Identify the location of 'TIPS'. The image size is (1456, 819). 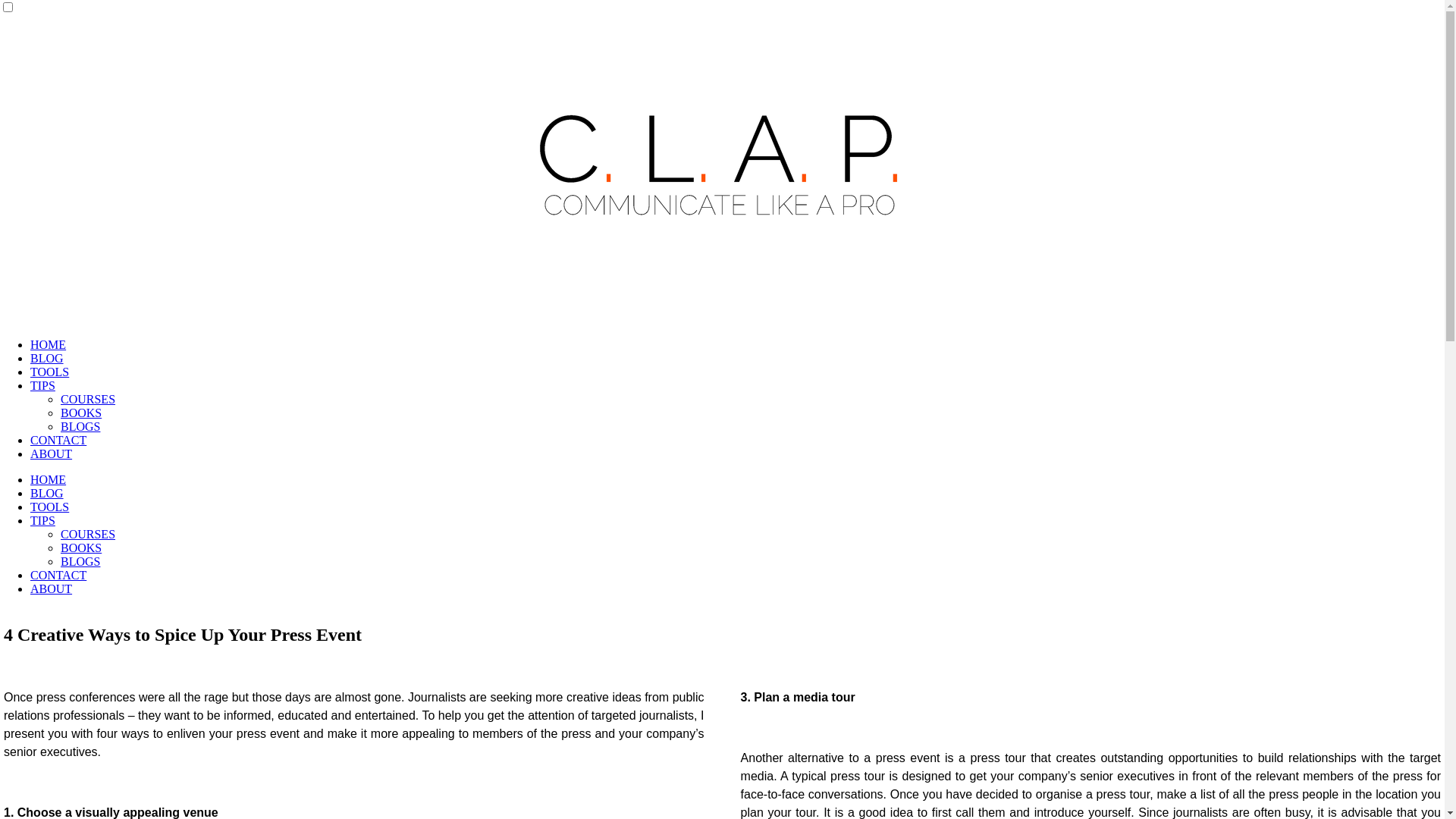
(42, 519).